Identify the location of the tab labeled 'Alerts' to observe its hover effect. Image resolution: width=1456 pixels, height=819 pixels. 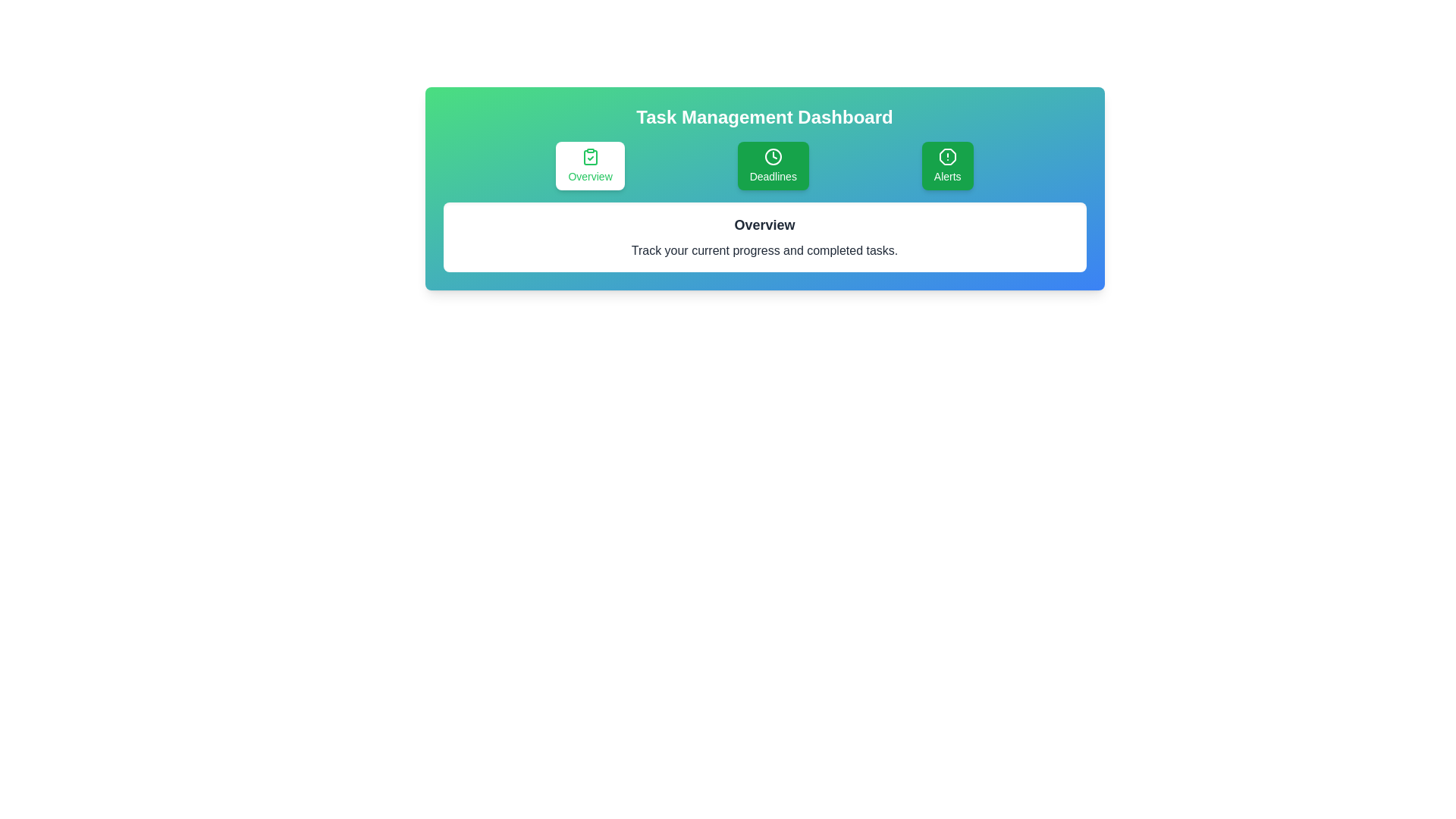
(946, 166).